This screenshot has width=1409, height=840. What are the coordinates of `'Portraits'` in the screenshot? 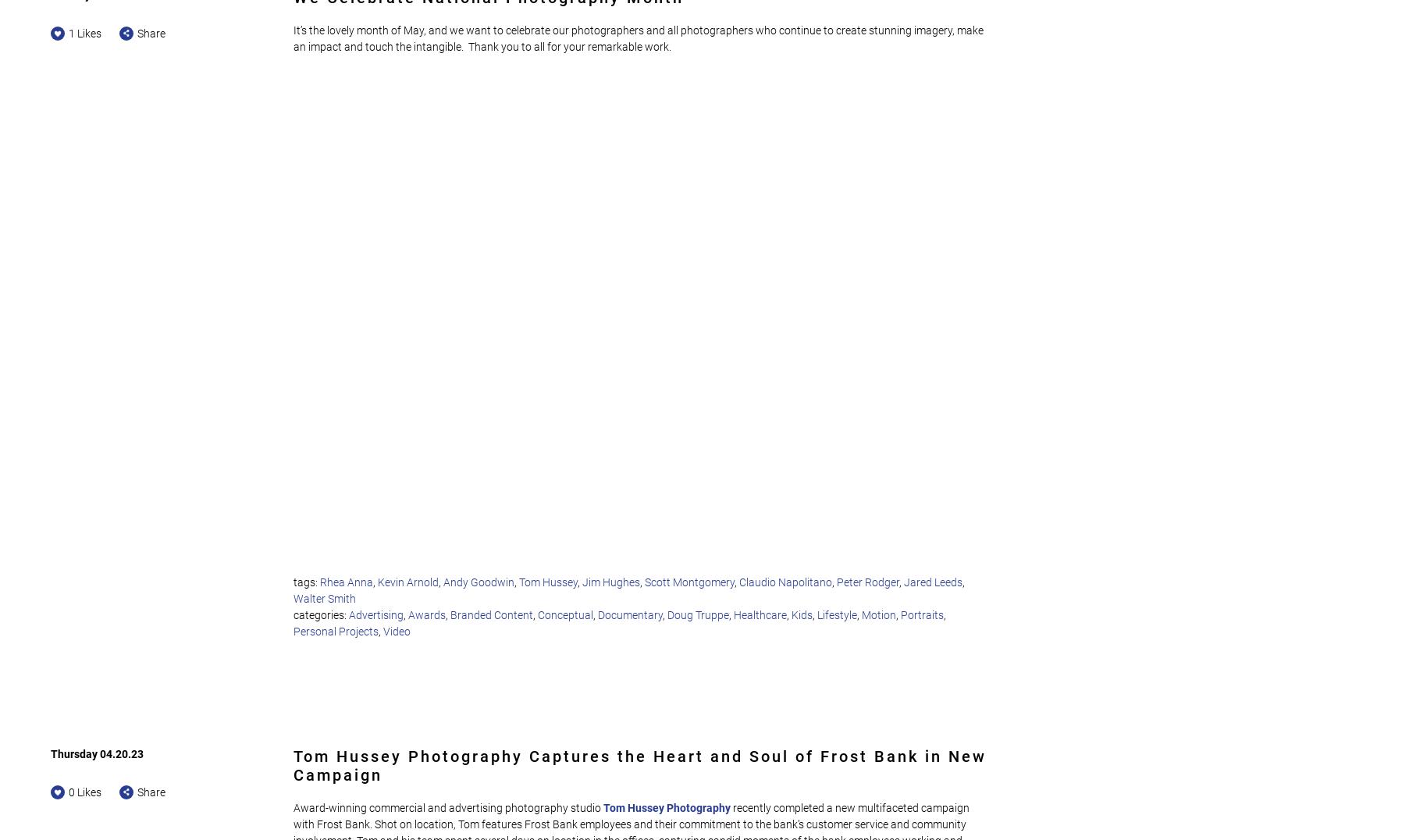 It's located at (922, 614).